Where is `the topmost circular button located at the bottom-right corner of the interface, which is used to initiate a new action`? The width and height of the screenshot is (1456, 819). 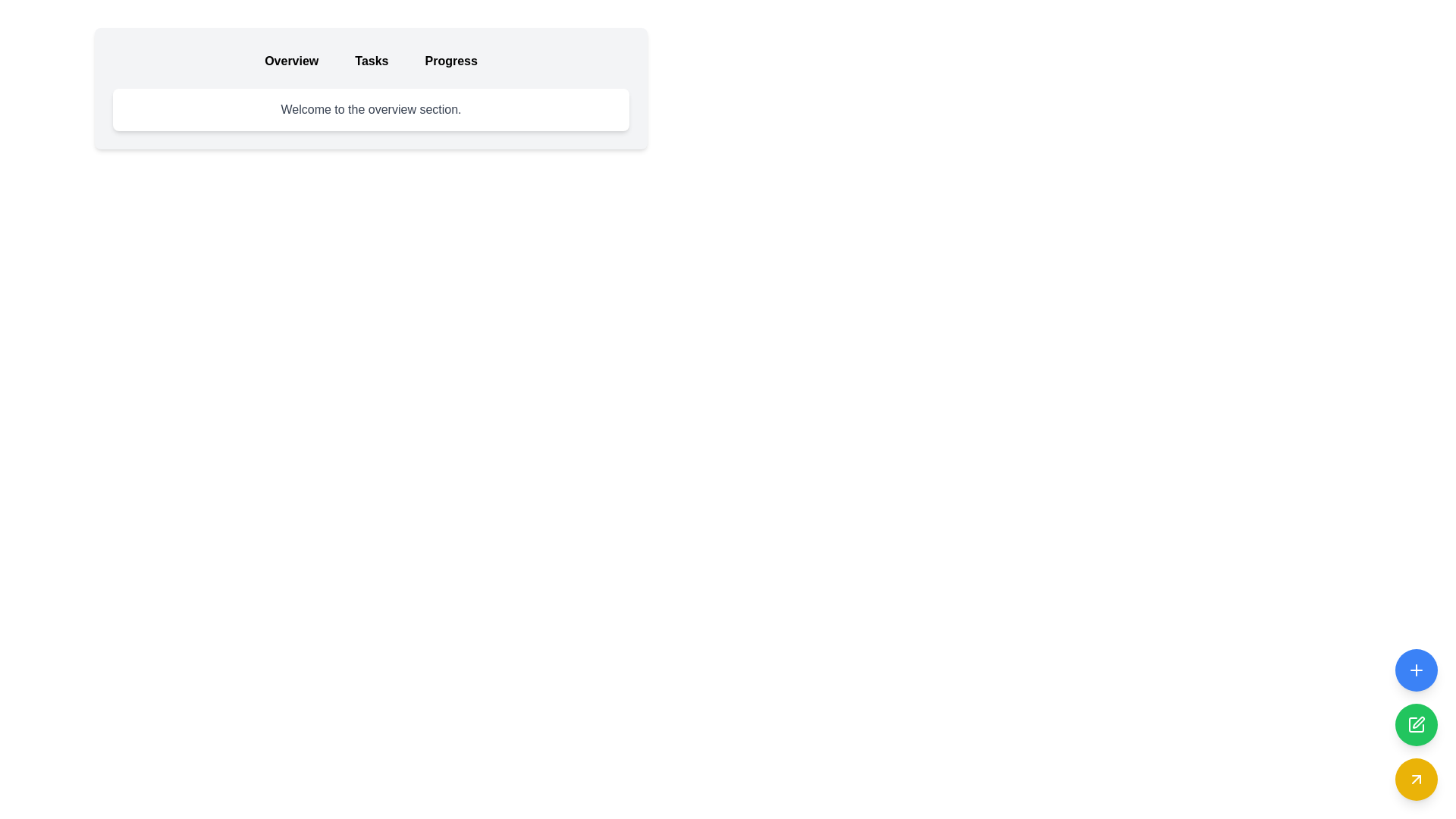
the topmost circular button located at the bottom-right corner of the interface, which is used to initiate a new action is located at coordinates (1415, 669).